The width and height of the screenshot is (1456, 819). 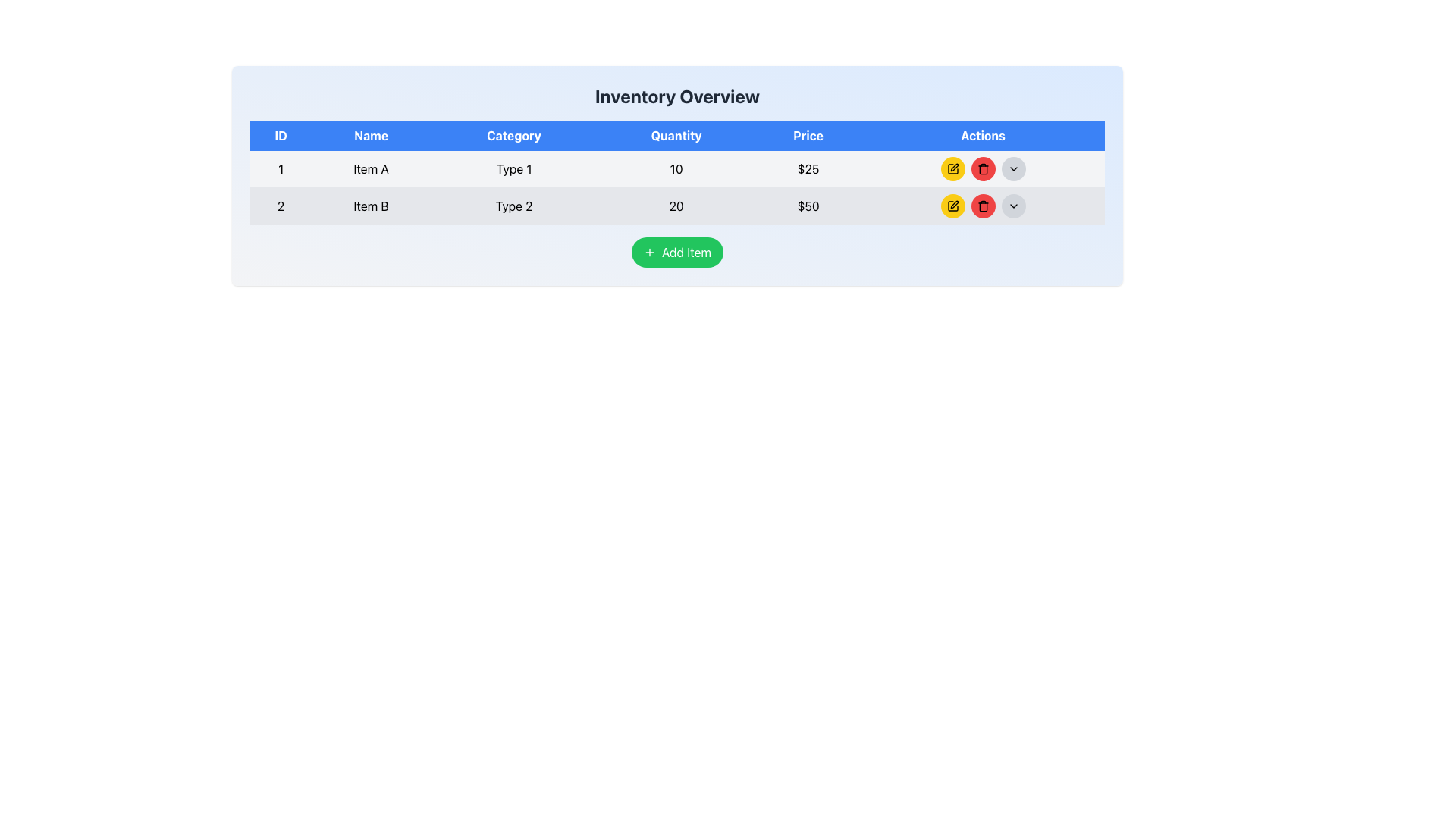 What do you see at coordinates (676, 251) in the screenshot?
I see `the 'Add Item' button located at the bottom of the inventory section` at bounding box center [676, 251].